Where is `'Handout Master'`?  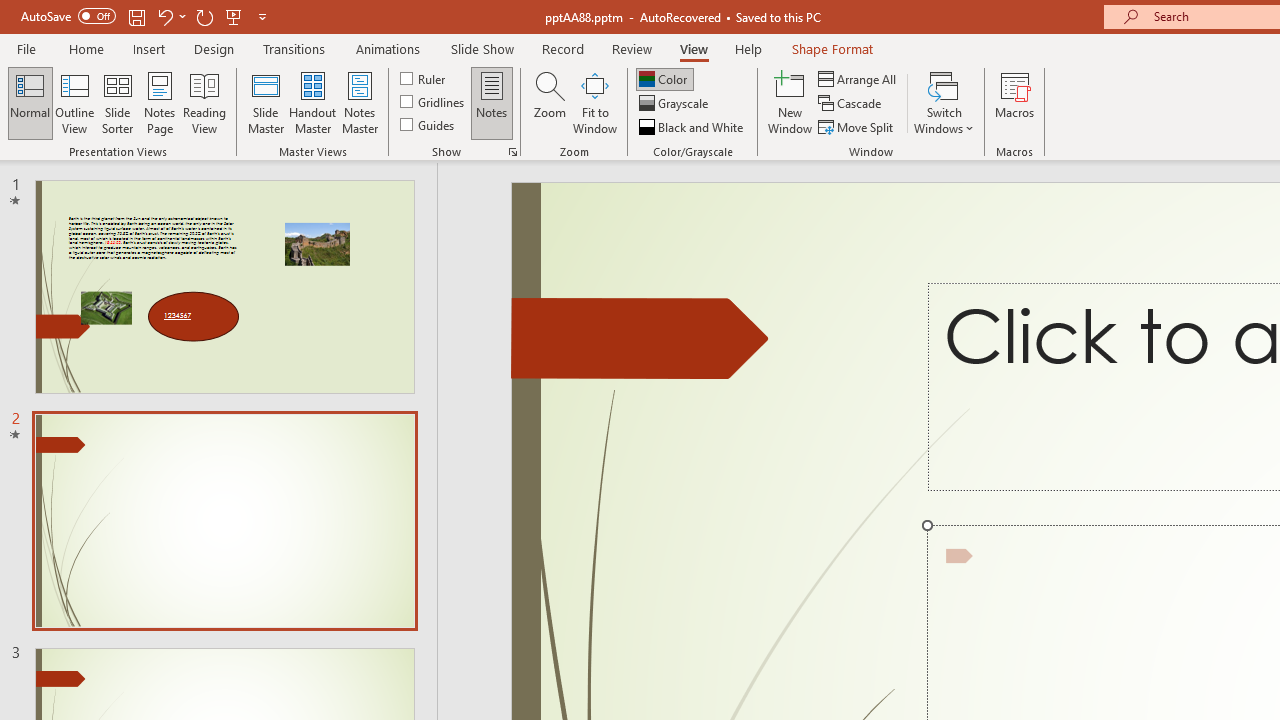 'Handout Master' is located at coordinates (311, 103).